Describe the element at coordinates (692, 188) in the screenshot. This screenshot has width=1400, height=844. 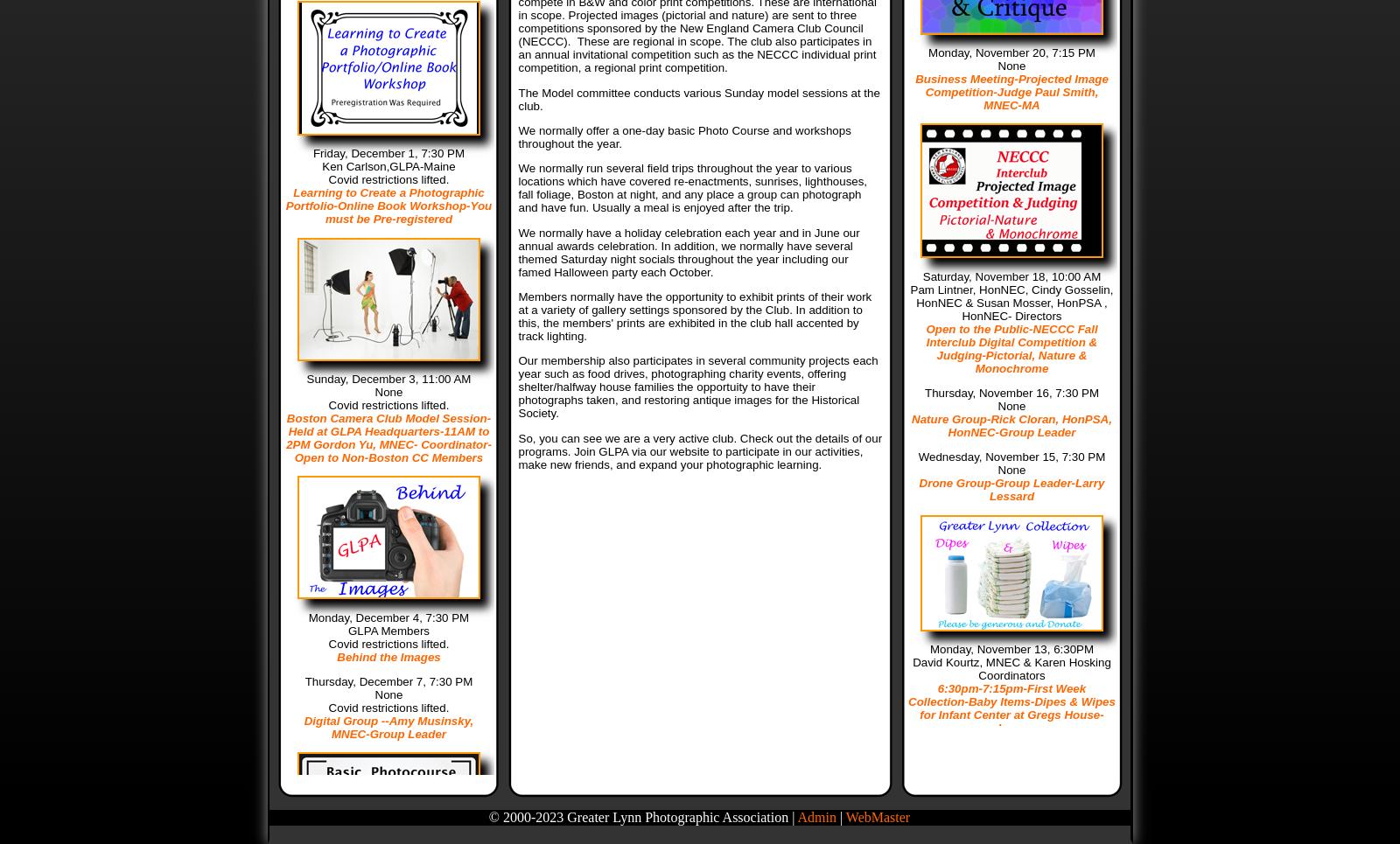
I see `'We normally run several field trips throughout the year to various locations which have covered re-enactments, sunrises, lighthouses, fall foliage, Boston at night, and any place a group can photograph and have fun. Usually a meal is enjoyed after the trip.'` at that location.